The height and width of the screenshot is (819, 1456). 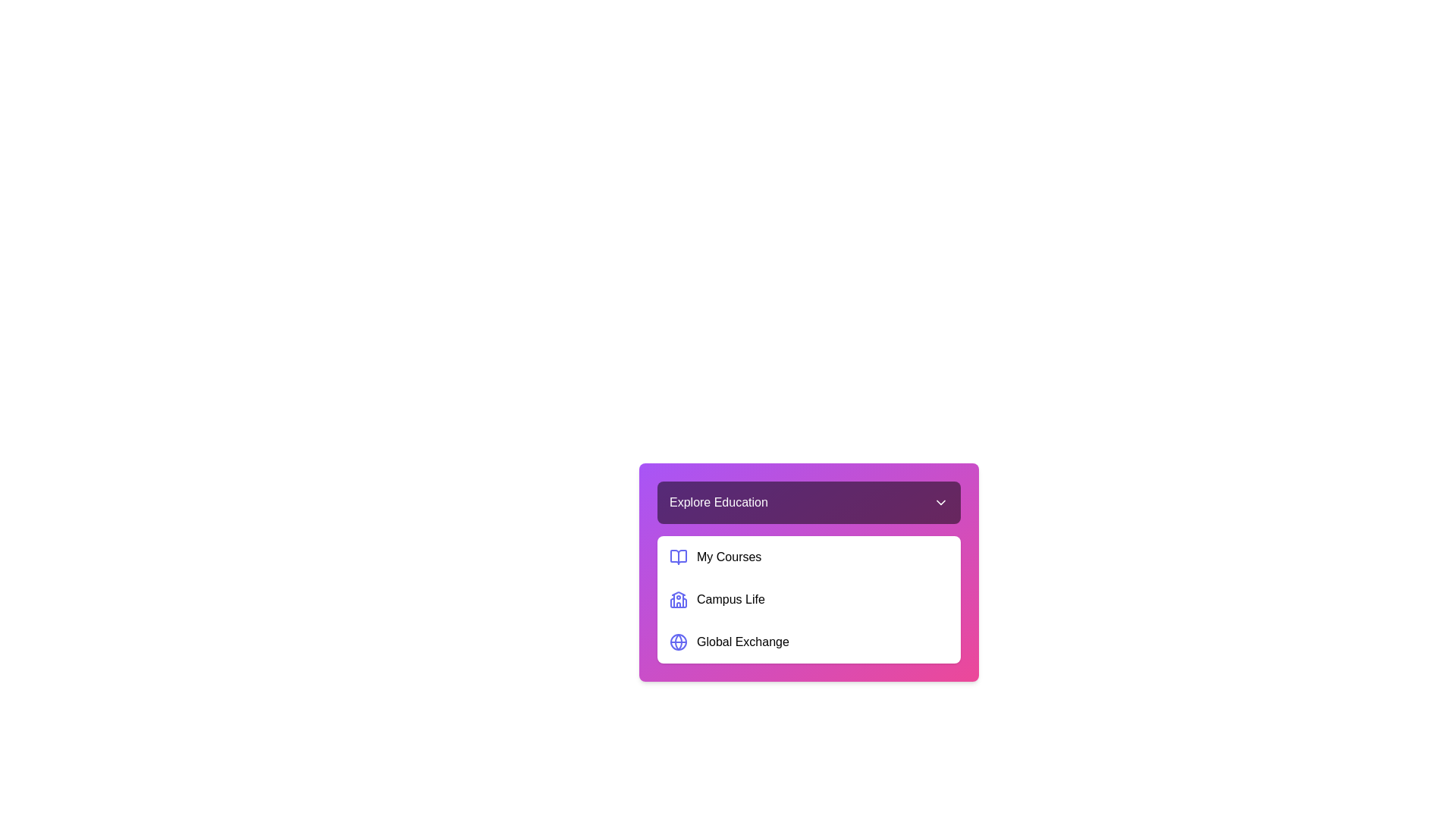 What do you see at coordinates (808, 642) in the screenshot?
I see `the list item labeled 'Global Exchange'` at bounding box center [808, 642].